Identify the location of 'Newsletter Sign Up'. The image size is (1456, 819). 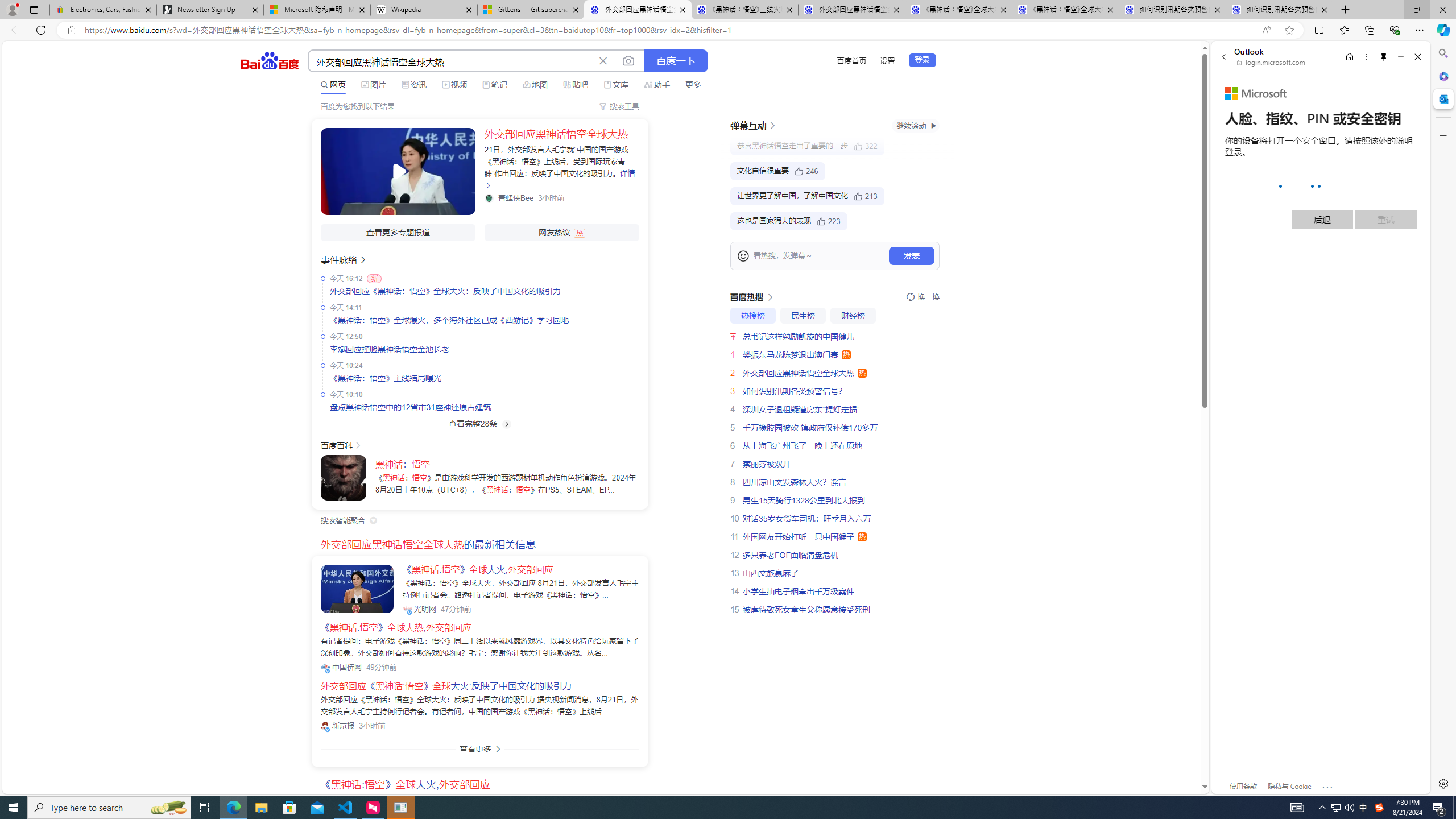
(209, 9).